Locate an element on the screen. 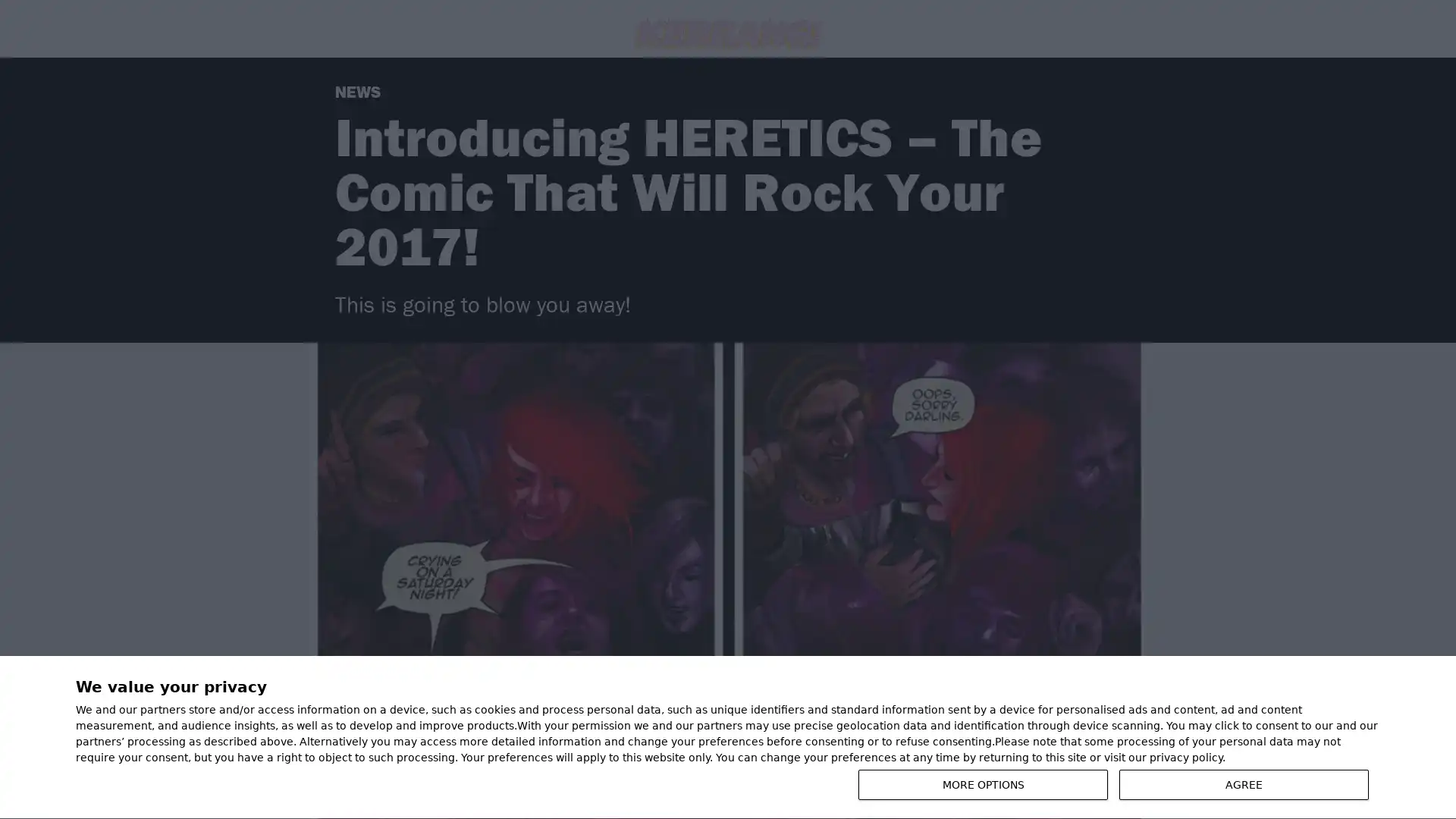  AGREE is located at coordinates (1244, 784).